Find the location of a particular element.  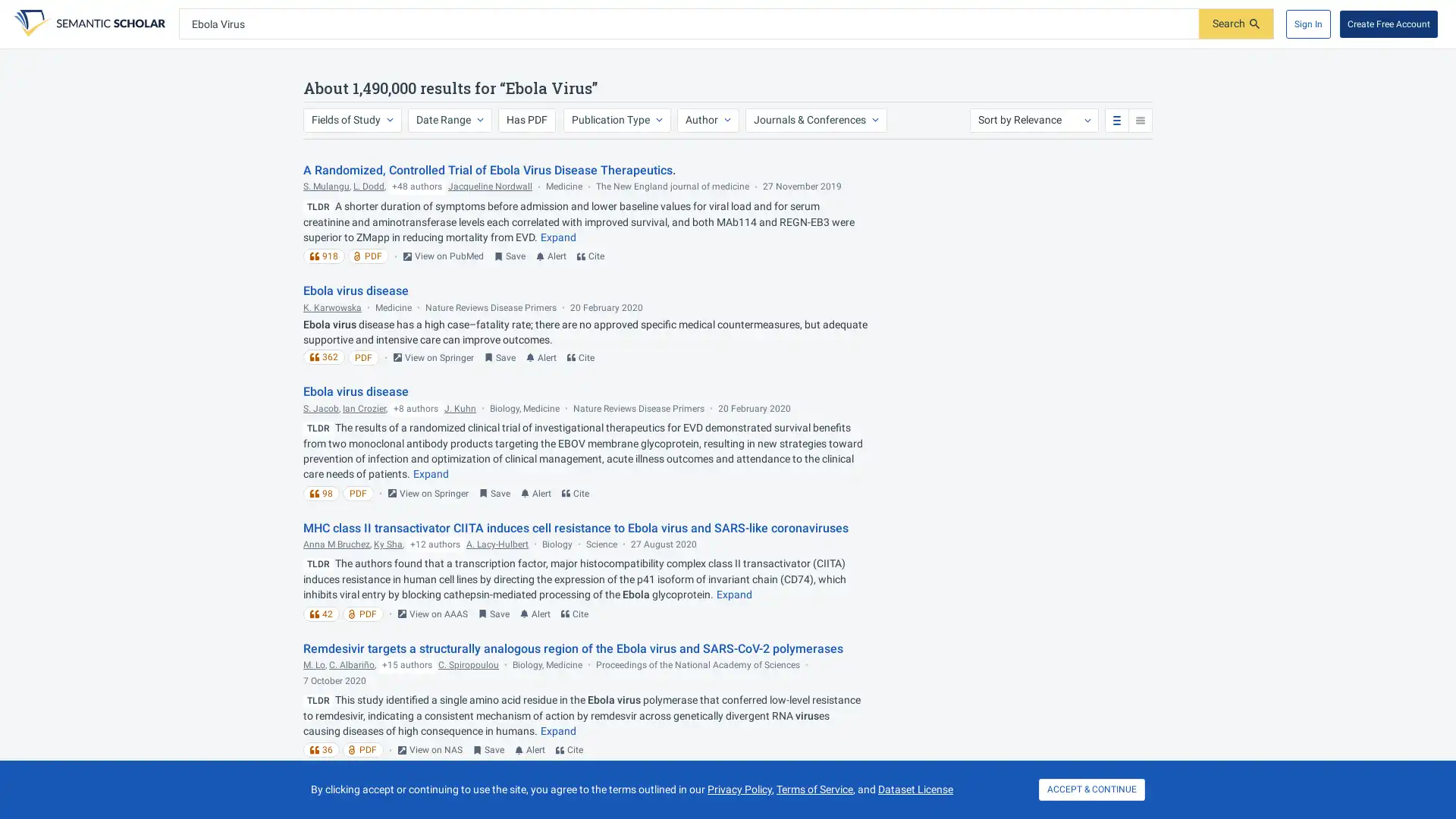

Author is located at coordinates (706, 119).